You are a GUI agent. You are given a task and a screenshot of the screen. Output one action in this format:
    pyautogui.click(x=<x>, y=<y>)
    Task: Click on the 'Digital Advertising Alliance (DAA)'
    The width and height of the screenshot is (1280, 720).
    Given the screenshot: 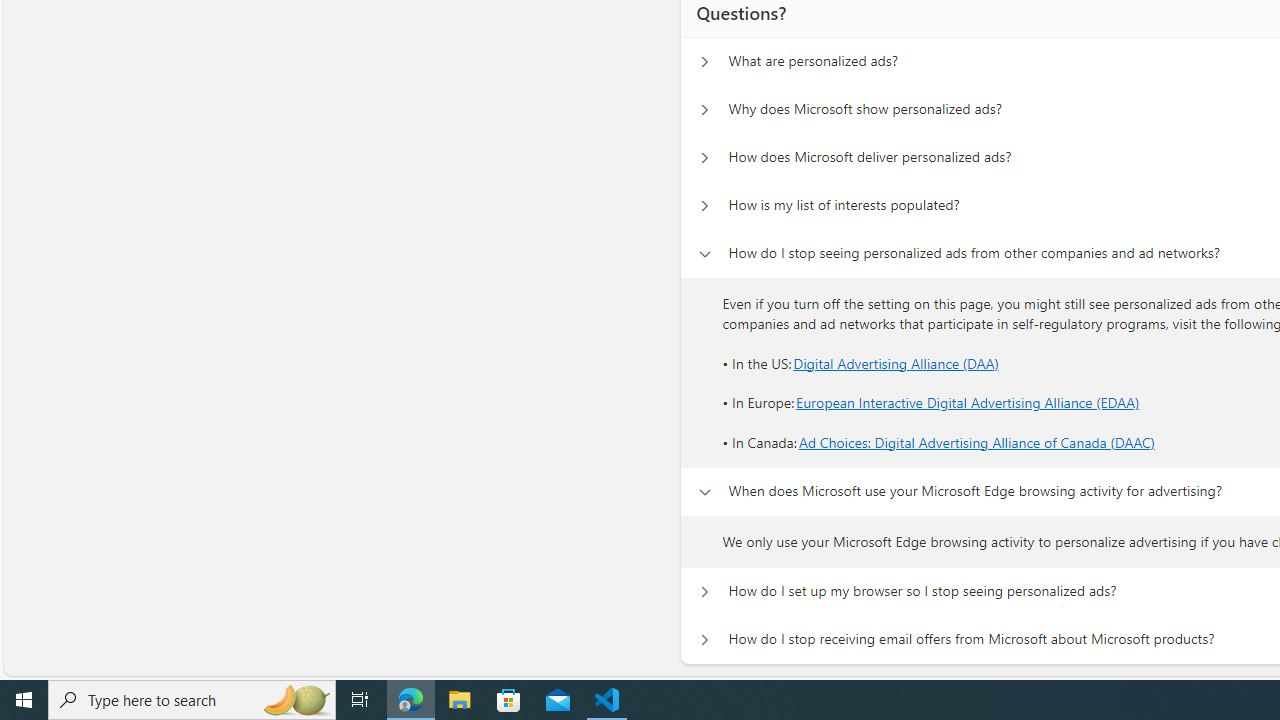 What is the action you would take?
    pyautogui.click(x=895, y=362)
    